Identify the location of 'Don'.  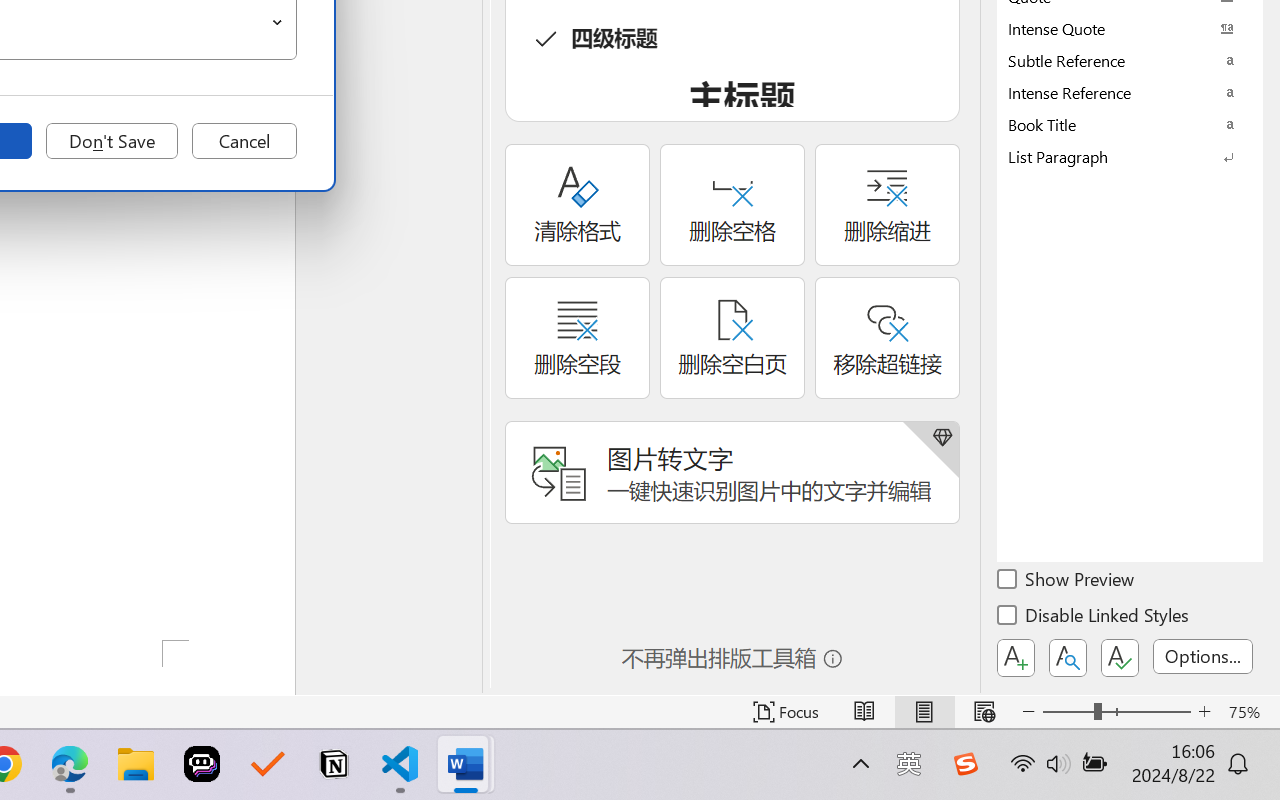
(111, 141).